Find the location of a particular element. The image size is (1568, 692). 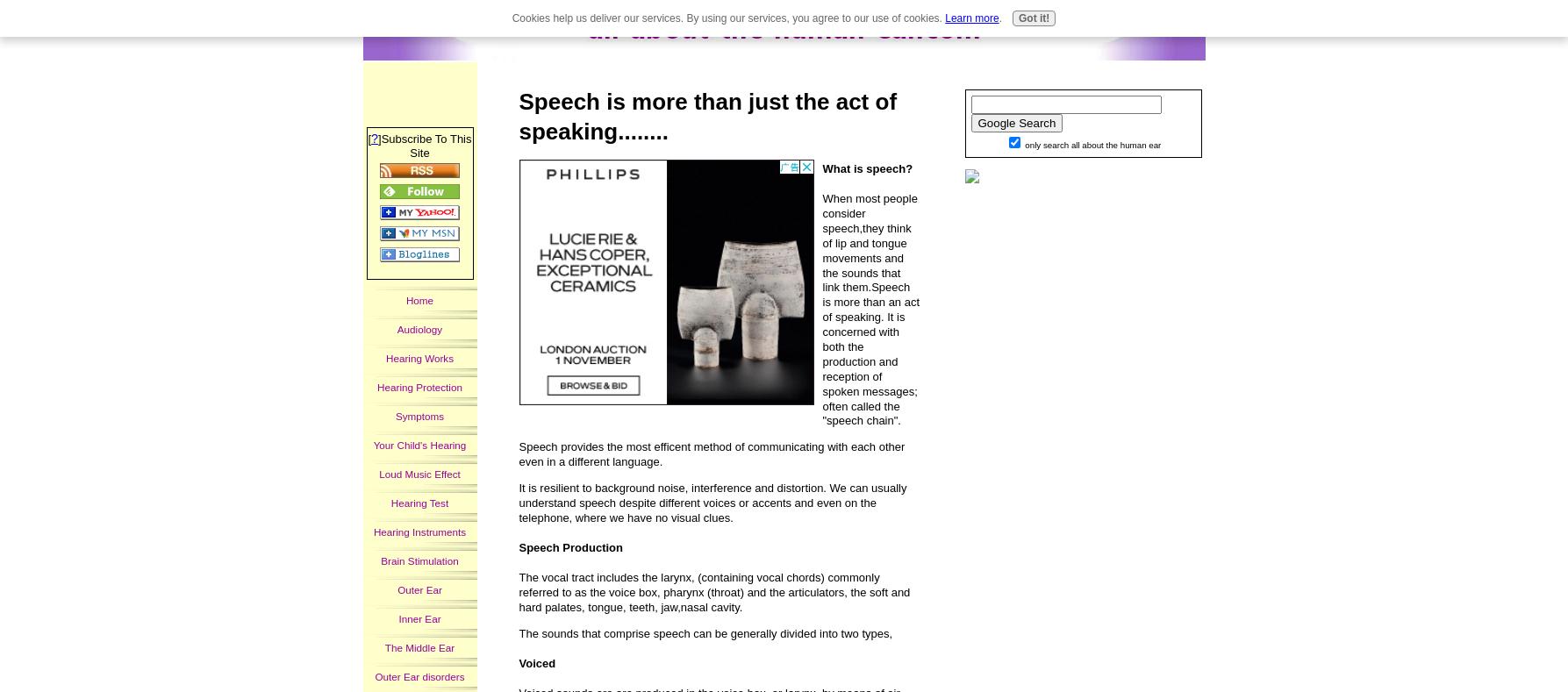

'Hearing Works' is located at coordinates (419, 357).